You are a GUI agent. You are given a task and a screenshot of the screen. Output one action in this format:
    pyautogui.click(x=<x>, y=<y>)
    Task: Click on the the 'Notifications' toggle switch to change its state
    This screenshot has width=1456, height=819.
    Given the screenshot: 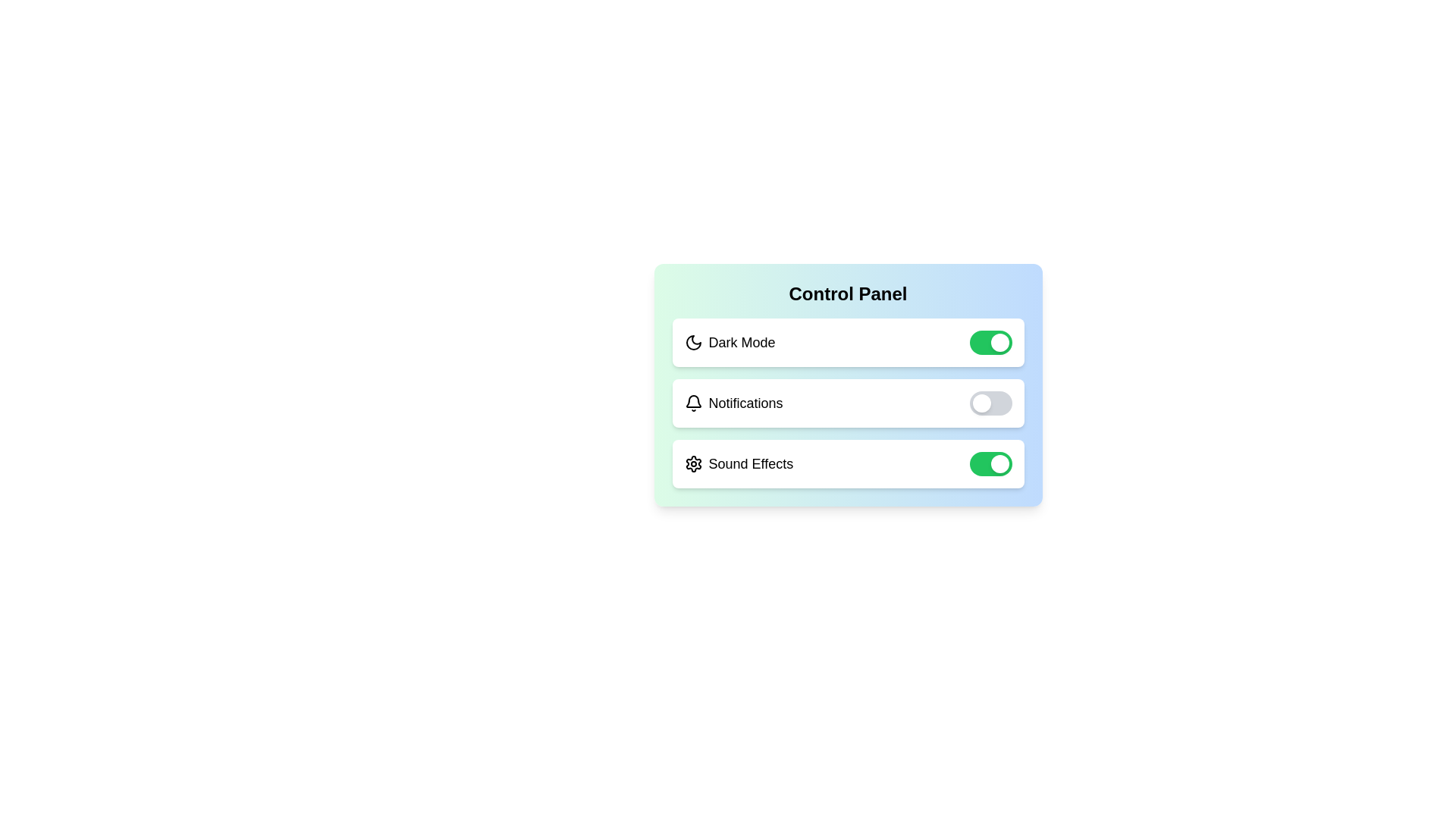 What is the action you would take?
    pyautogui.click(x=990, y=403)
    